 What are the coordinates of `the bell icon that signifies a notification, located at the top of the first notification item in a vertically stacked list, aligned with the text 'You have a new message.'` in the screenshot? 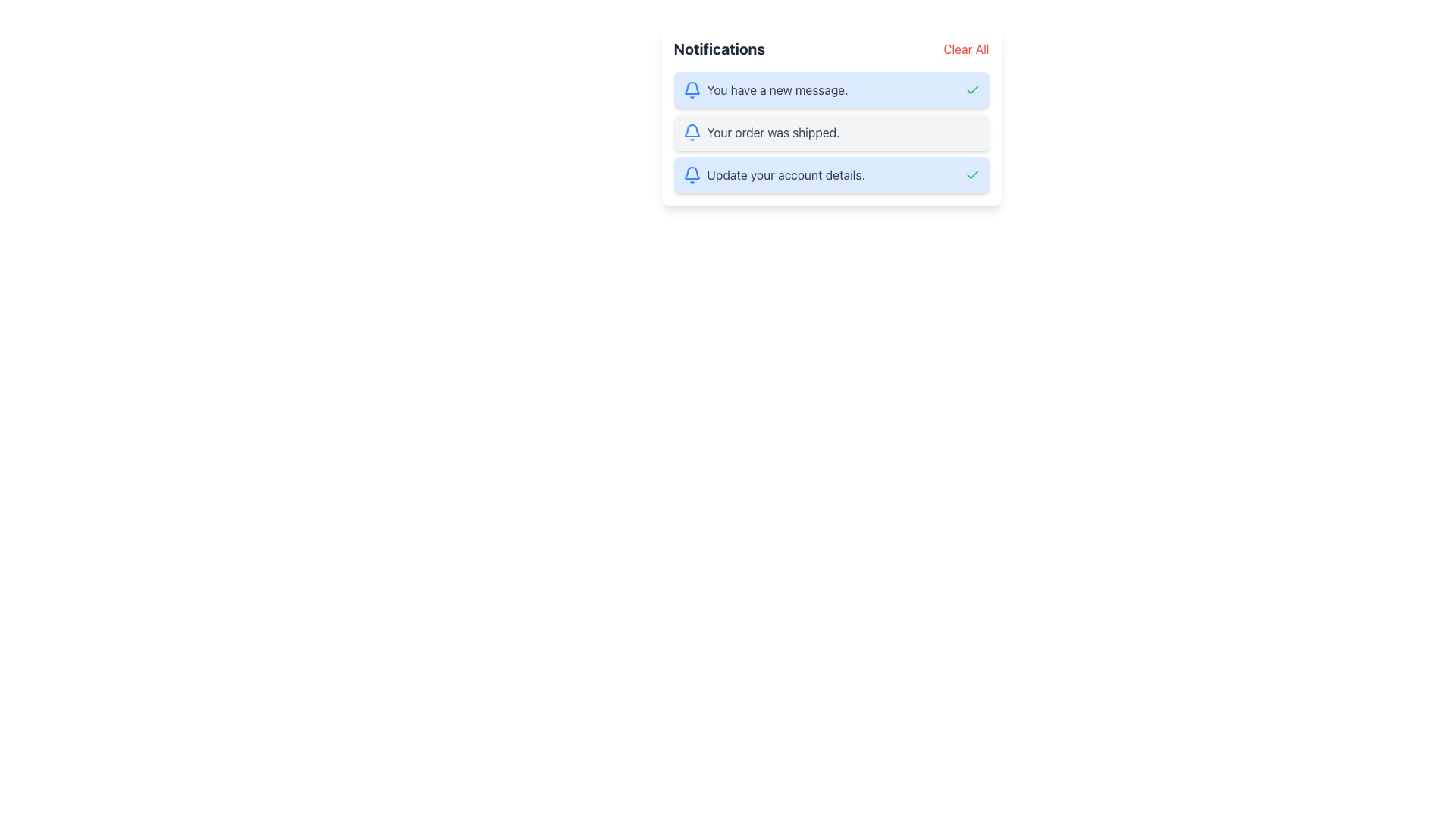 It's located at (691, 90).